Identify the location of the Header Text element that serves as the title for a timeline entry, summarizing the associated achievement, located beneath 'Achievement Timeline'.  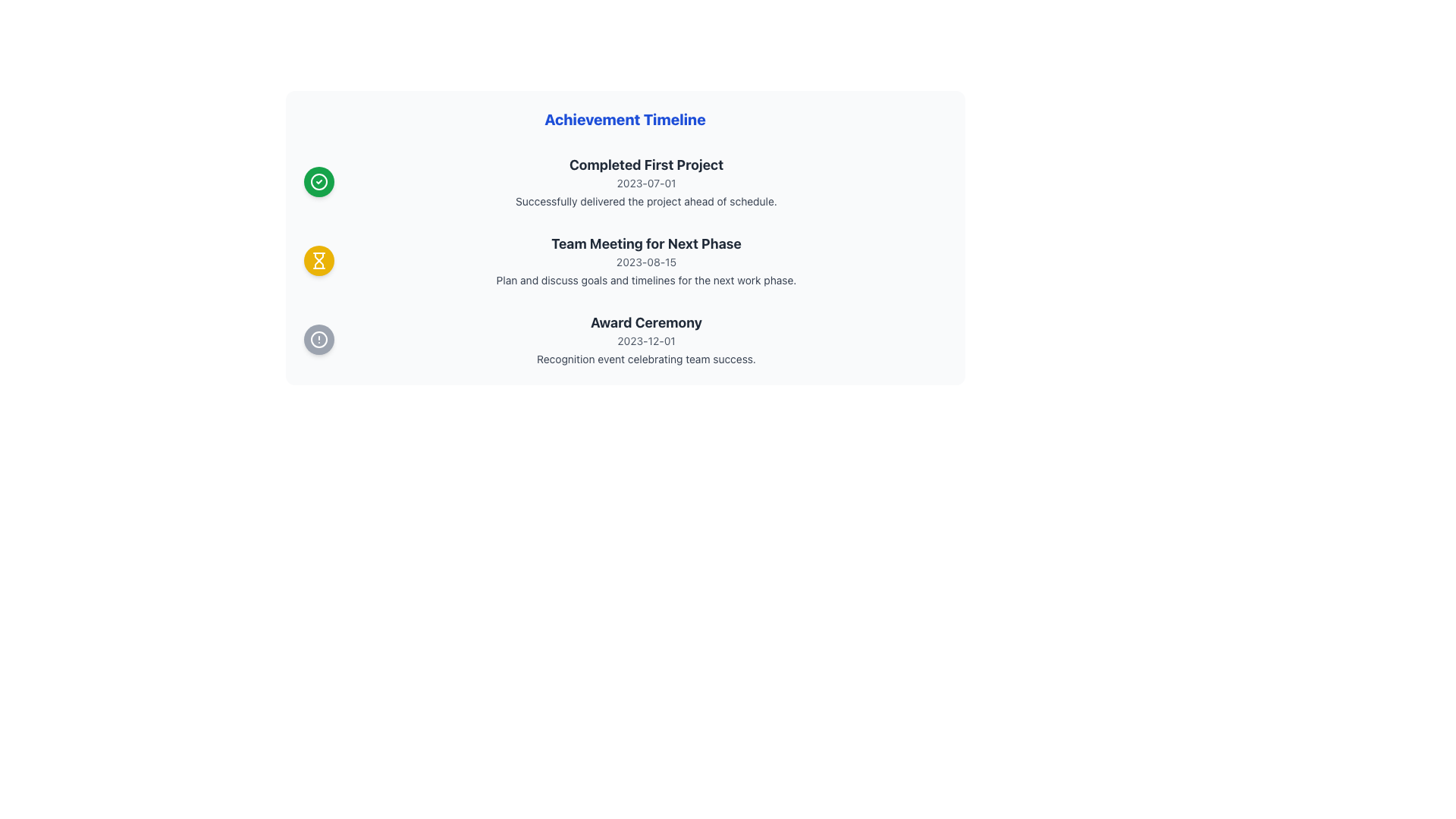
(646, 165).